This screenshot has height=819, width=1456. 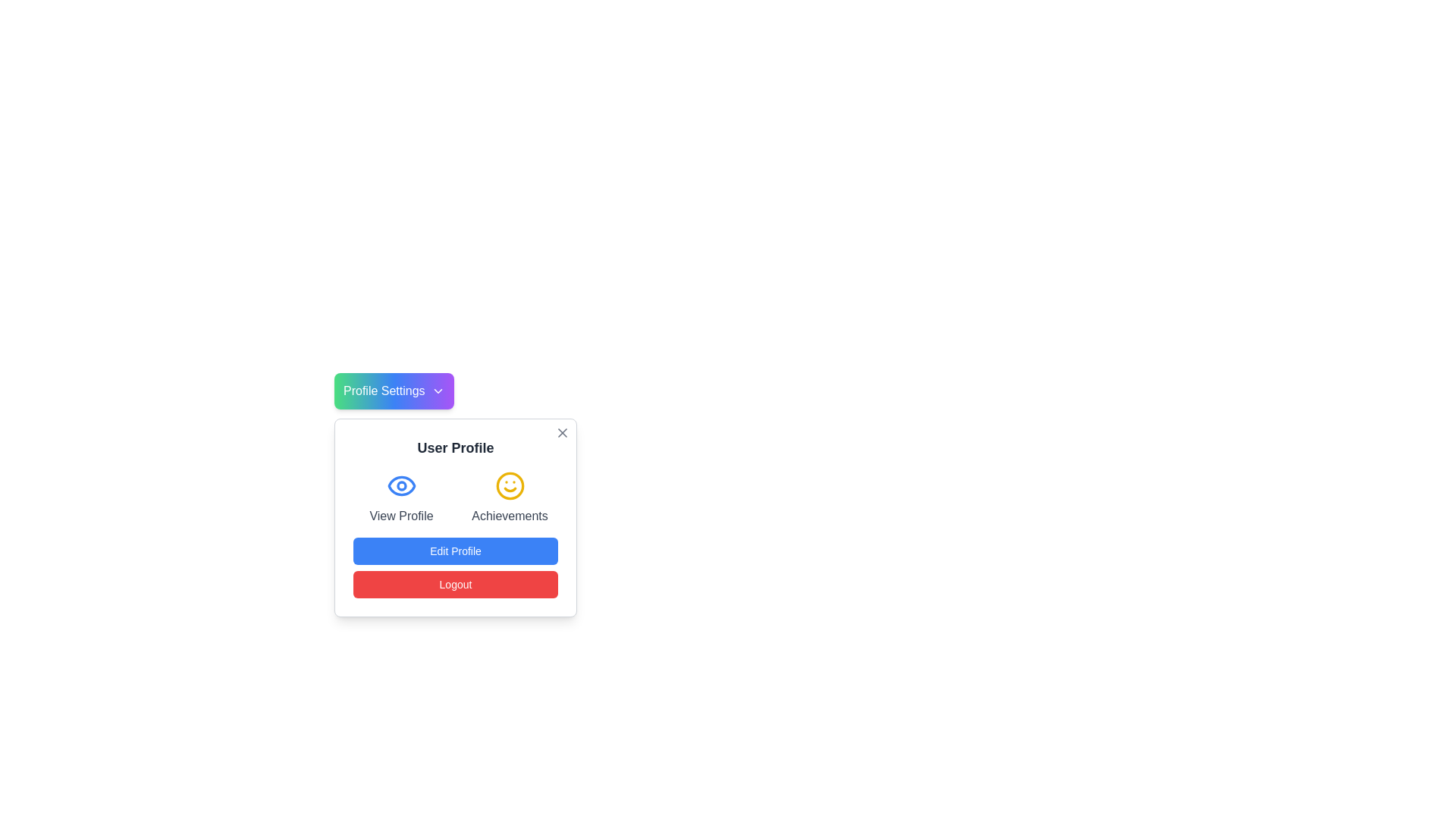 I want to click on the 'View Profile' text label located inside the 'User Profile' modal, positioned beneath an eye icon and to the left of a smiling face icon, so click(x=401, y=516).